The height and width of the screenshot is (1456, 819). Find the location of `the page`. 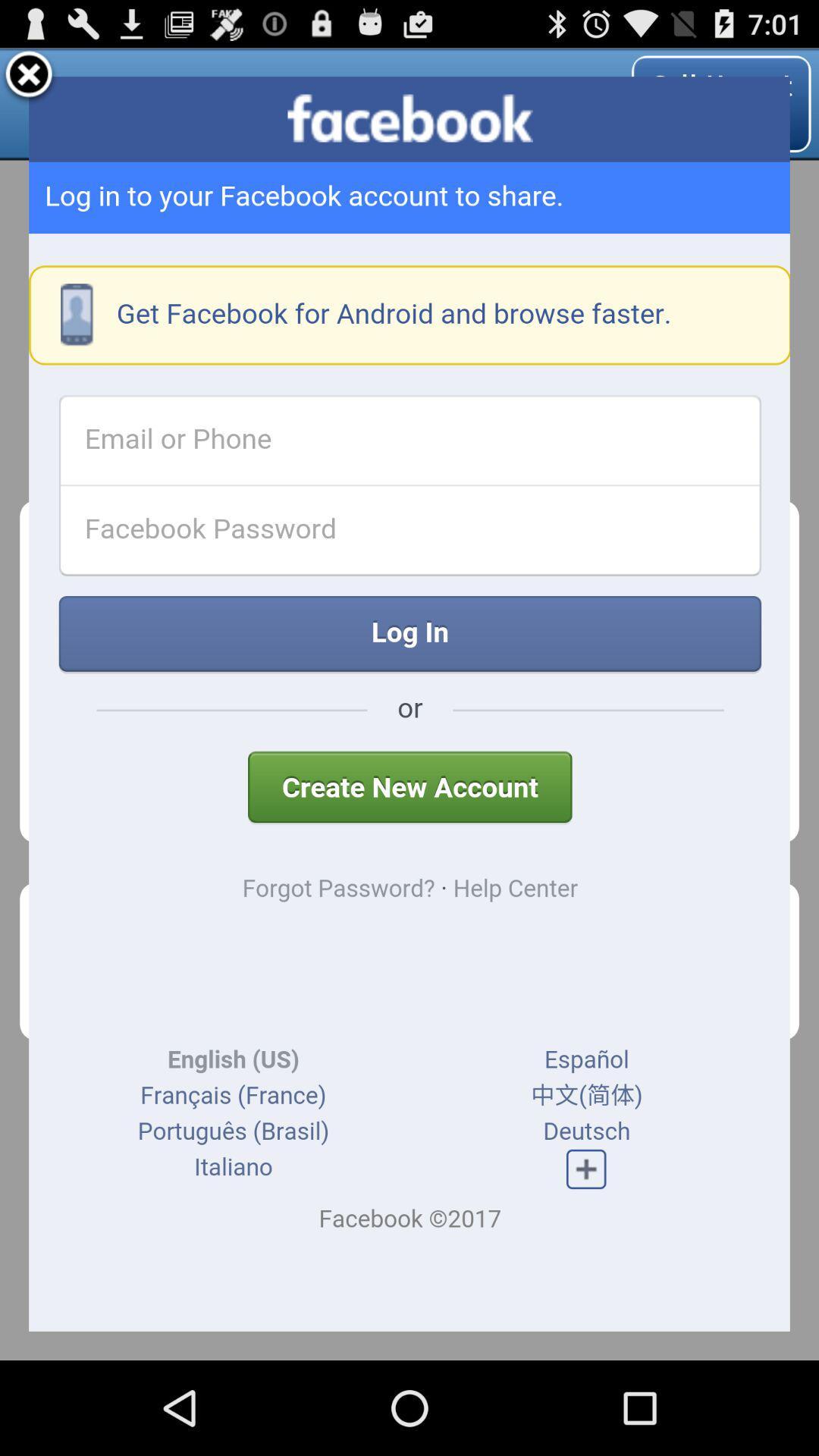

the page is located at coordinates (29, 76).